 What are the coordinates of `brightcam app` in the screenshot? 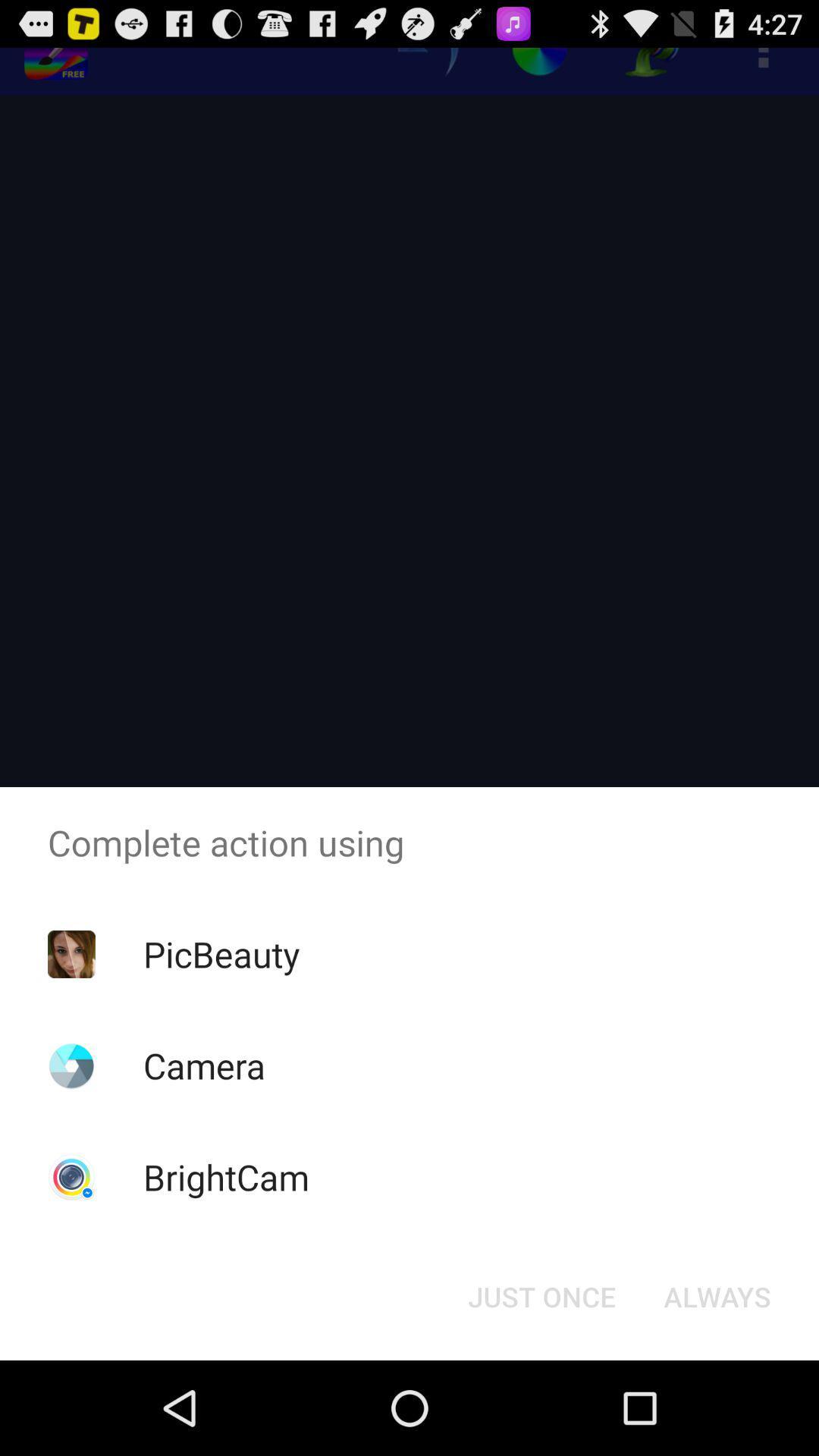 It's located at (226, 1176).